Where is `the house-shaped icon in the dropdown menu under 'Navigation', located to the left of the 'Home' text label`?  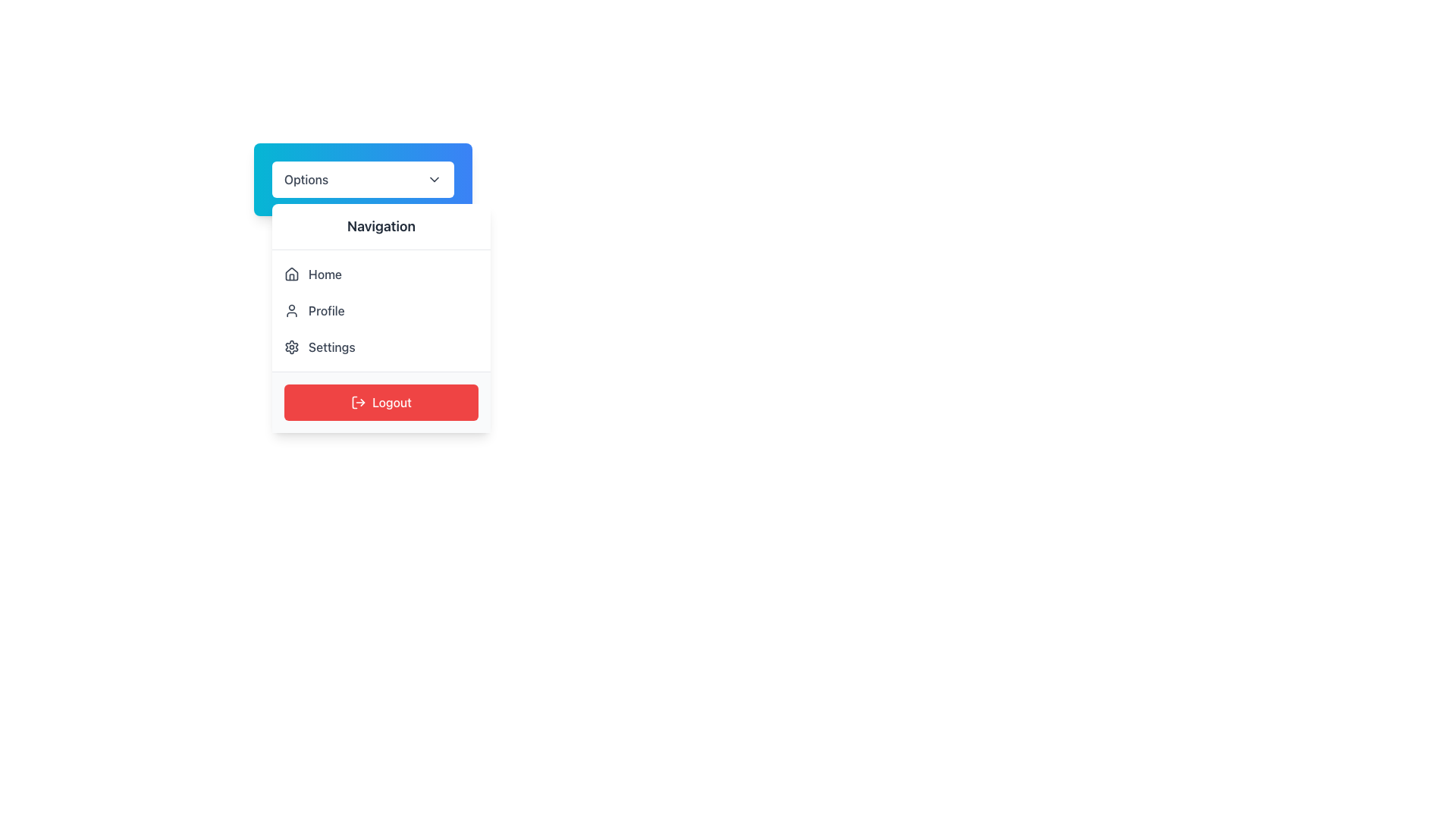 the house-shaped icon in the dropdown menu under 'Navigation', located to the left of the 'Home' text label is located at coordinates (291, 275).